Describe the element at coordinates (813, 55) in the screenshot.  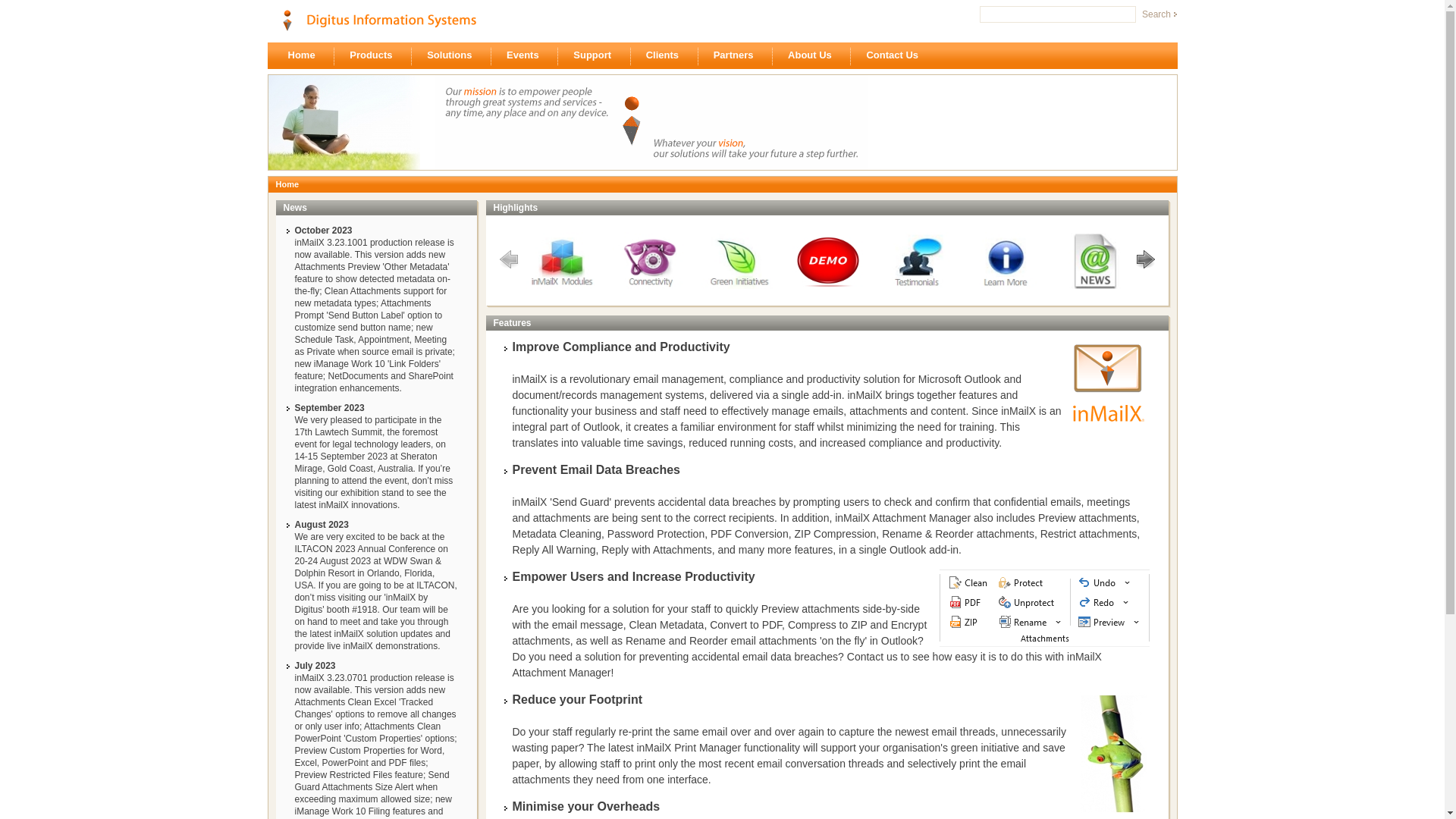
I see `'About Us'` at that location.